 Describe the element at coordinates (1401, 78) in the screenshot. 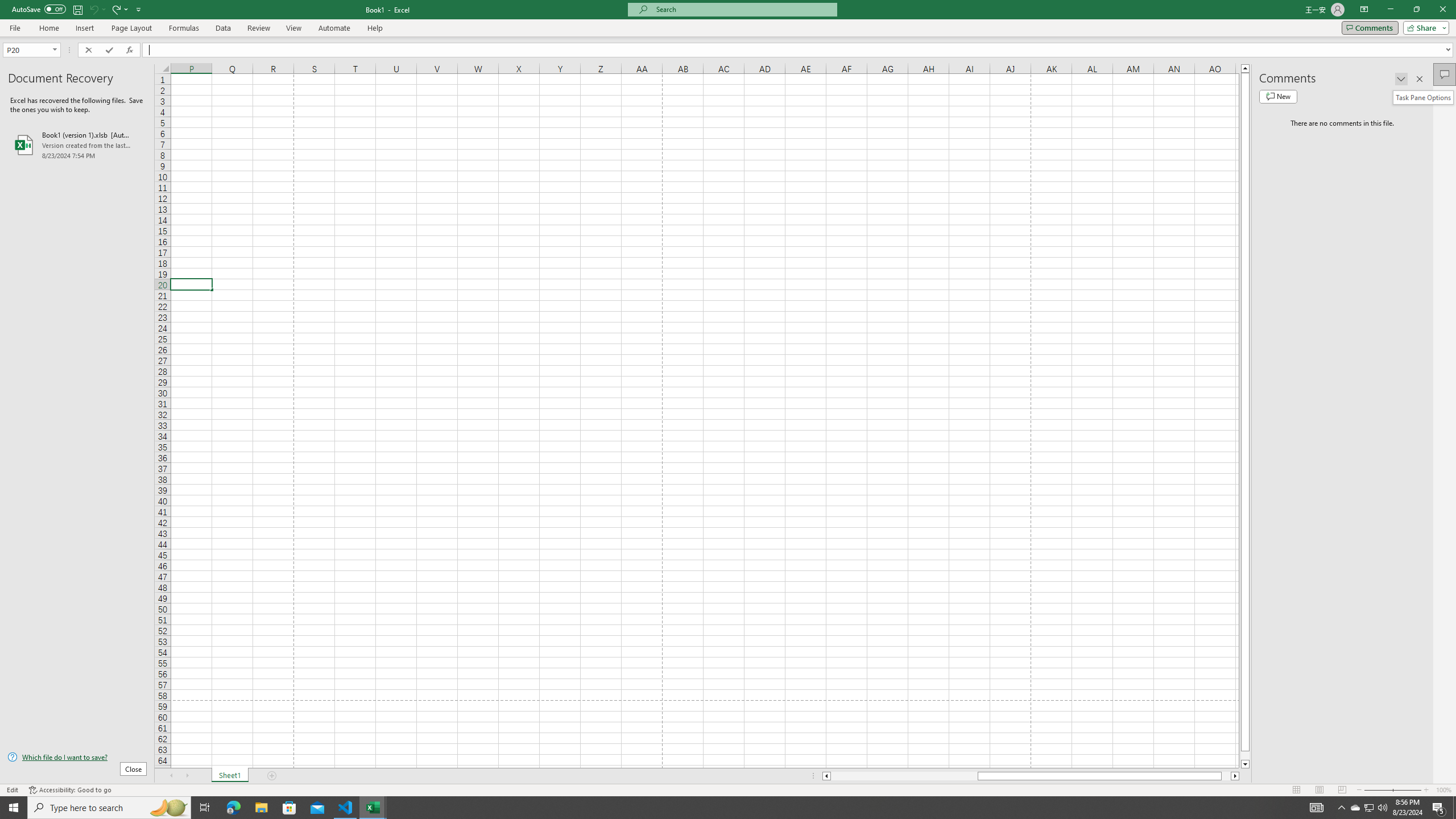

I see `'Task Pane Options'` at that location.